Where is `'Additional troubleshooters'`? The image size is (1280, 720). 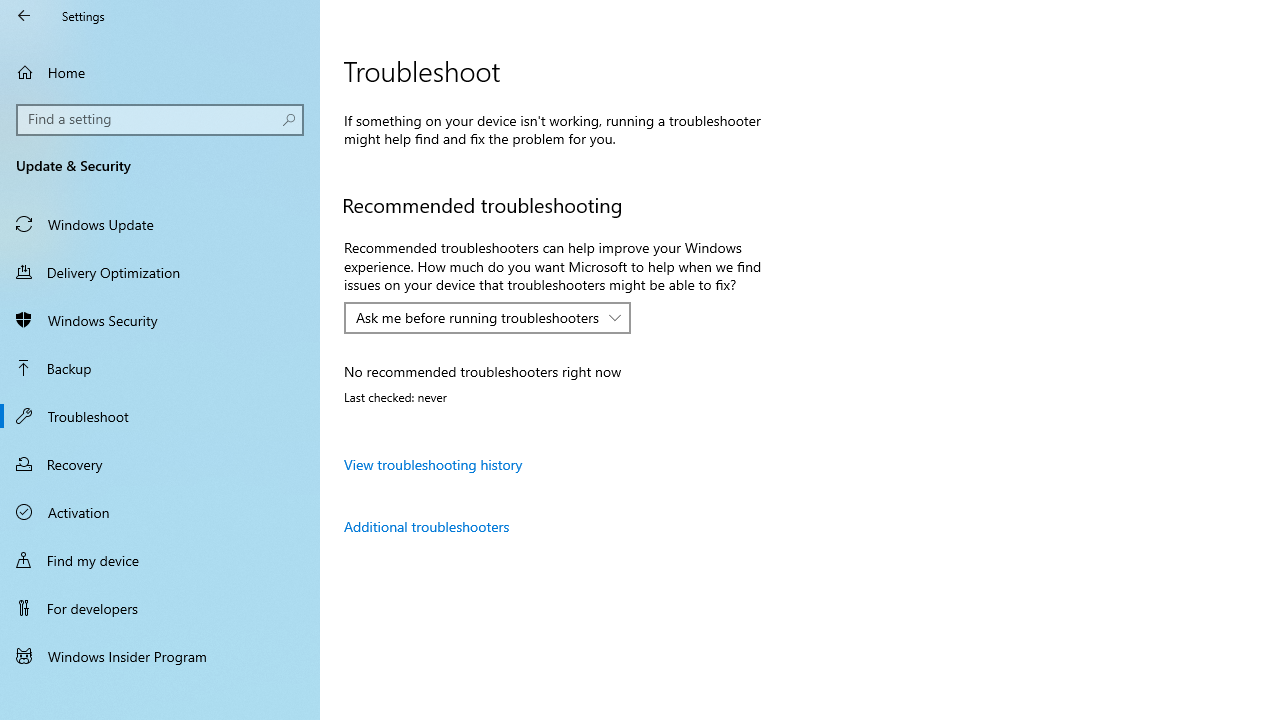 'Additional troubleshooters' is located at coordinates (425, 525).